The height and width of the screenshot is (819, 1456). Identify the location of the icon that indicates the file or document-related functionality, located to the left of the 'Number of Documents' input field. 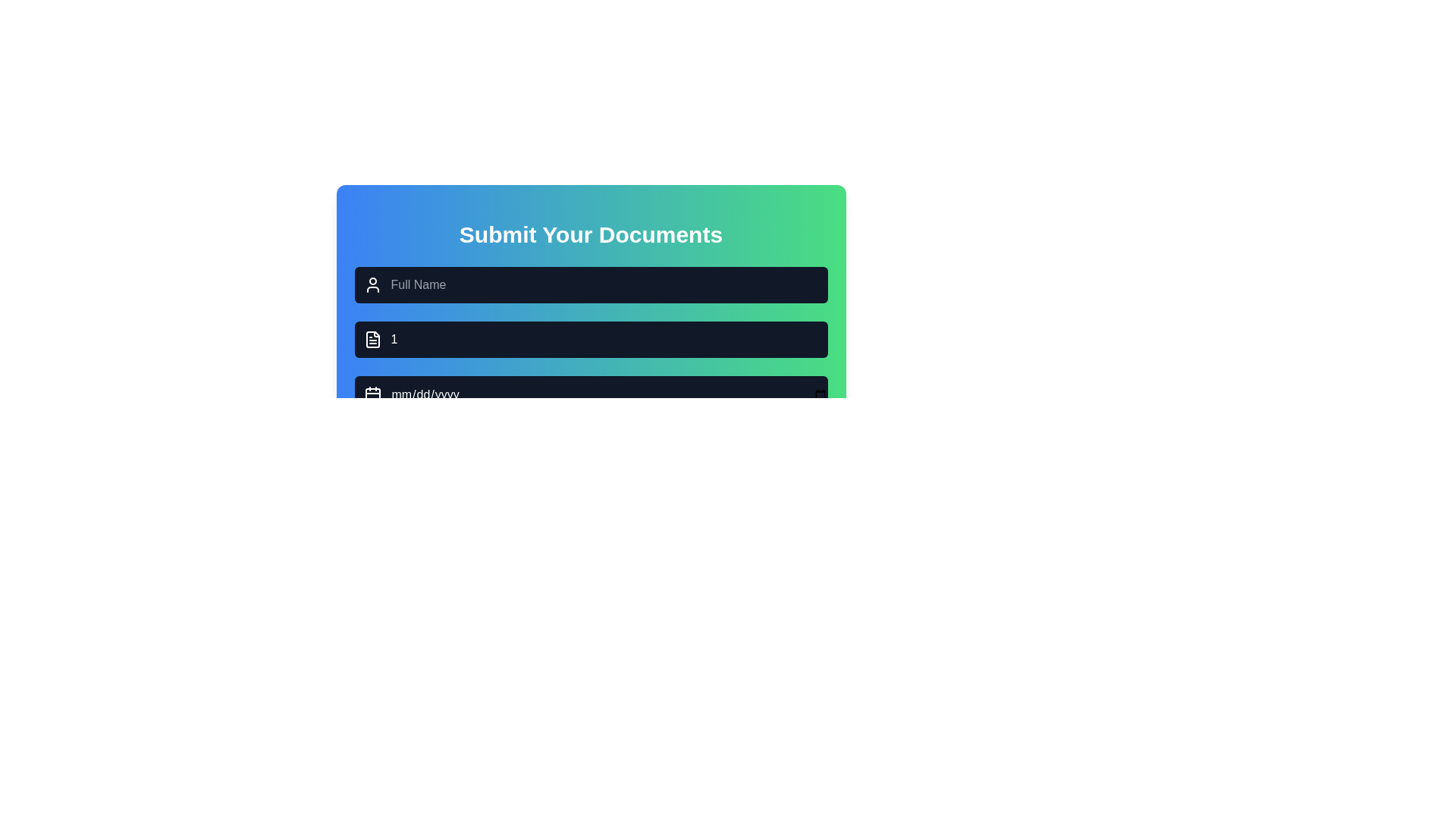
(372, 338).